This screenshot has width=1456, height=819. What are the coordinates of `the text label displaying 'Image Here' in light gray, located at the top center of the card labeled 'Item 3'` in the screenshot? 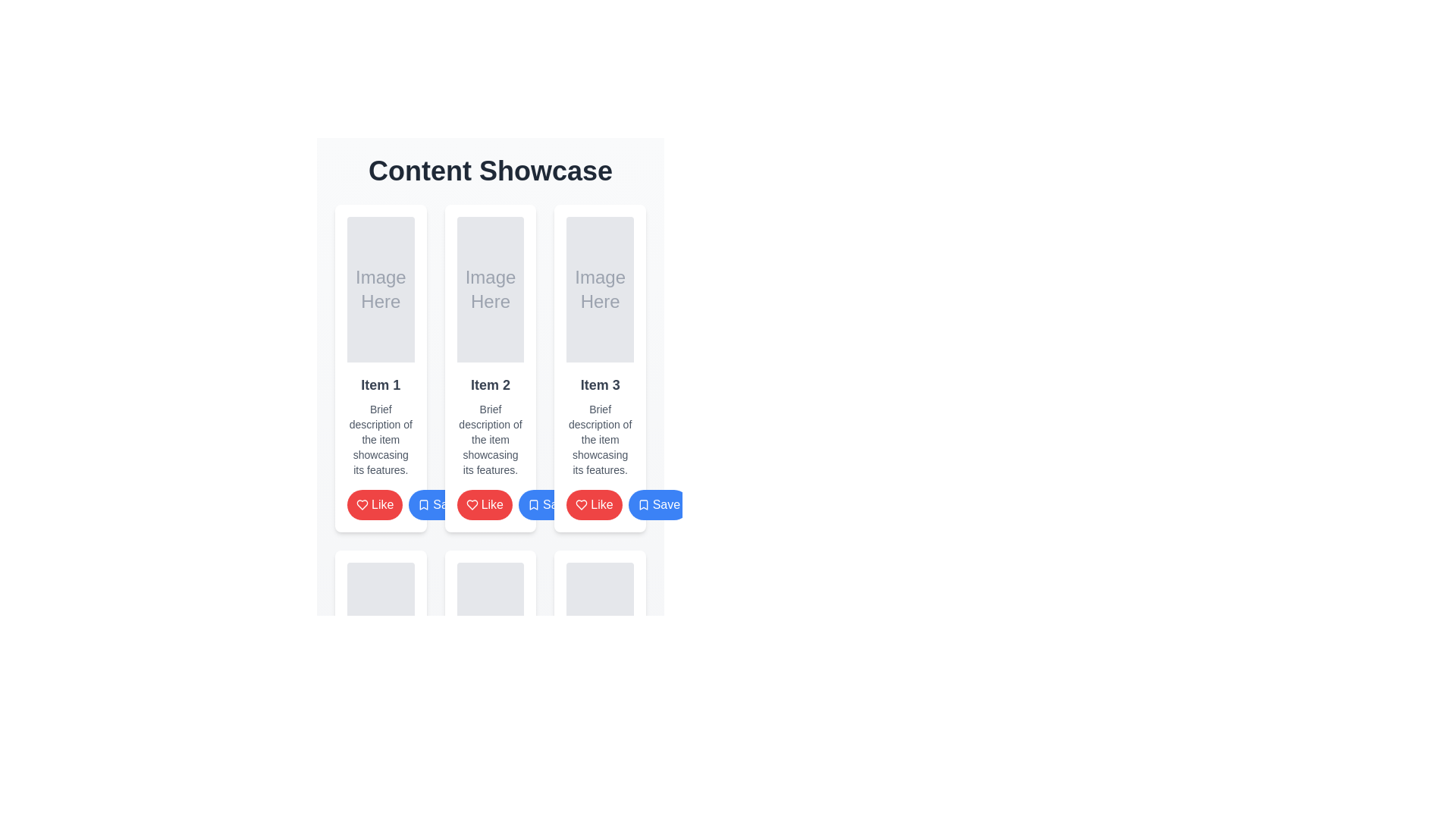 It's located at (599, 289).